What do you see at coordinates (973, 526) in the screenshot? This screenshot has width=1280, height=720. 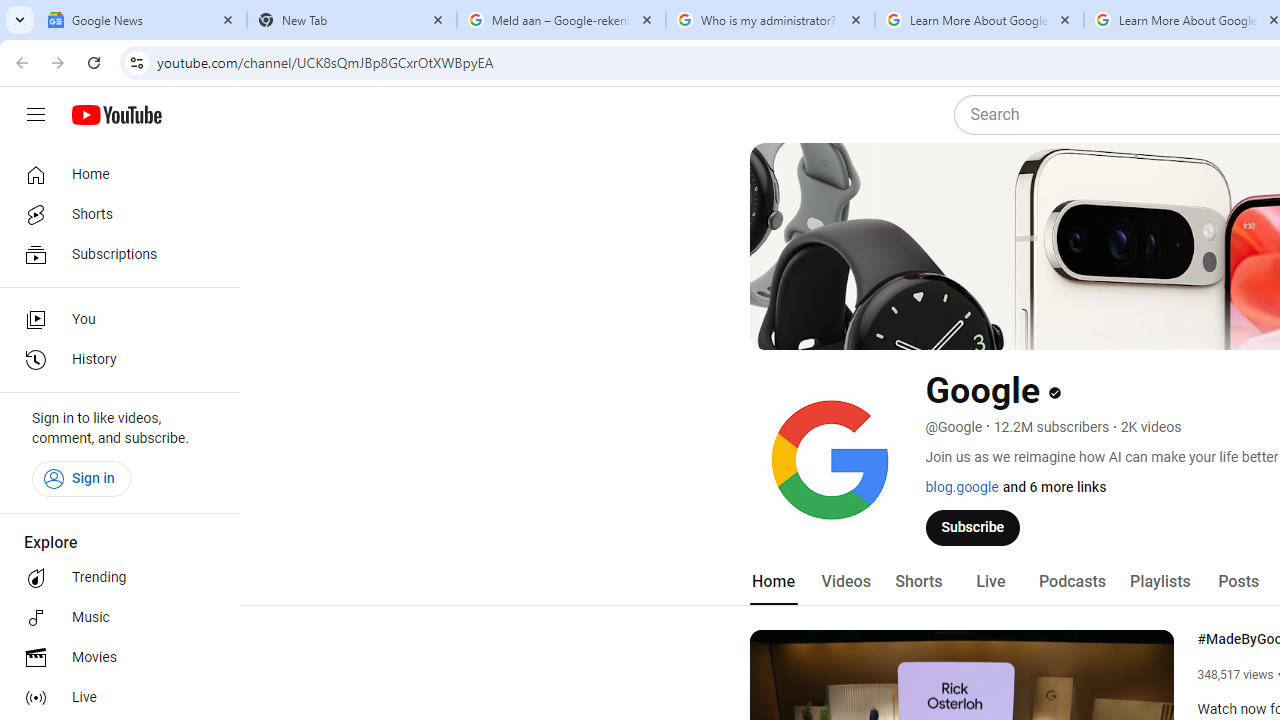 I see `'Subscribe'` at bounding box center [973, 526].